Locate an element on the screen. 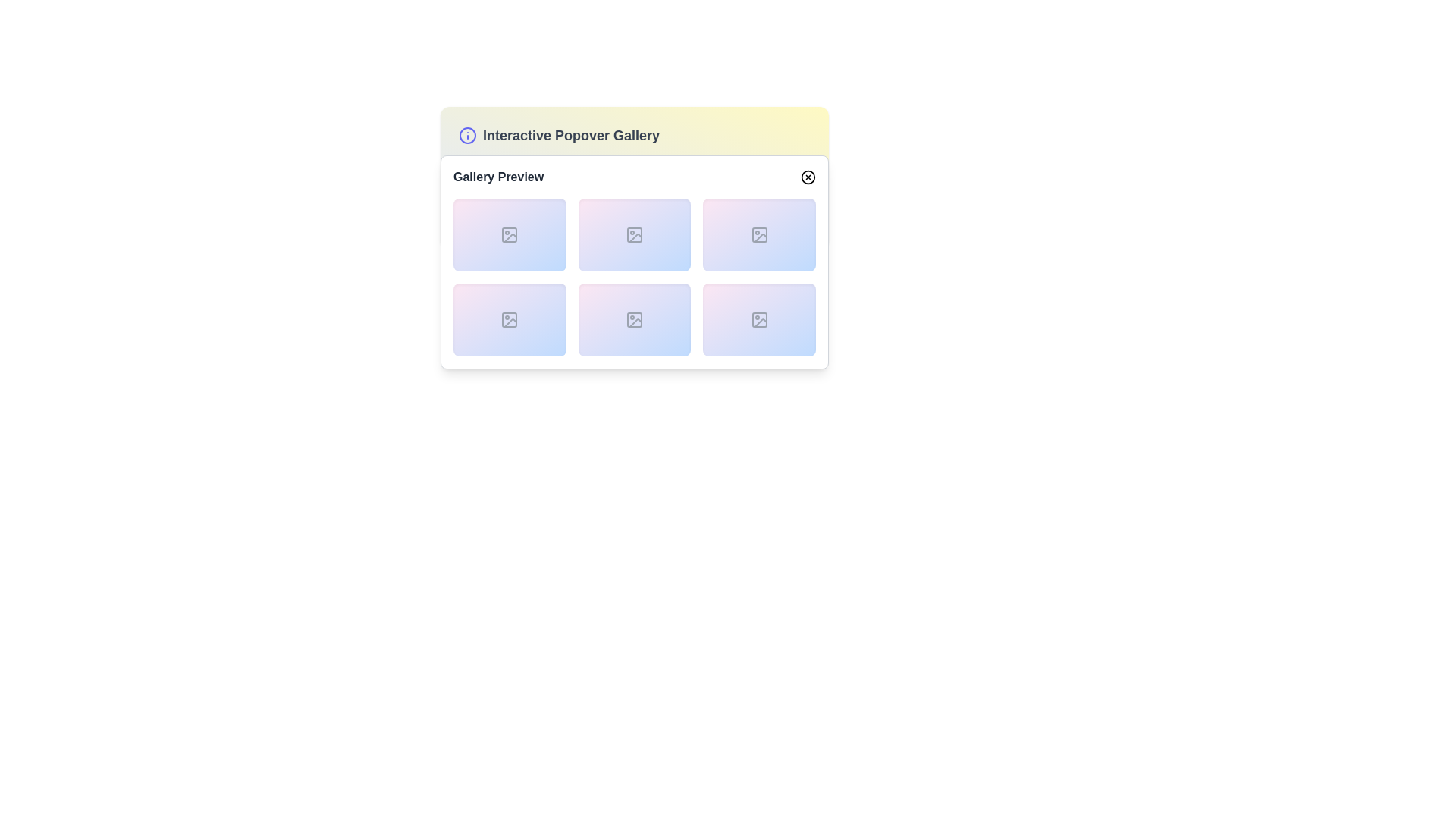 Image resolution: width=1456 pixels, height=819 pixels. the circular indigo info icon located at the top-left corner of the 'Interactive Popover Gallery' section is located at coordinates (467, 134).